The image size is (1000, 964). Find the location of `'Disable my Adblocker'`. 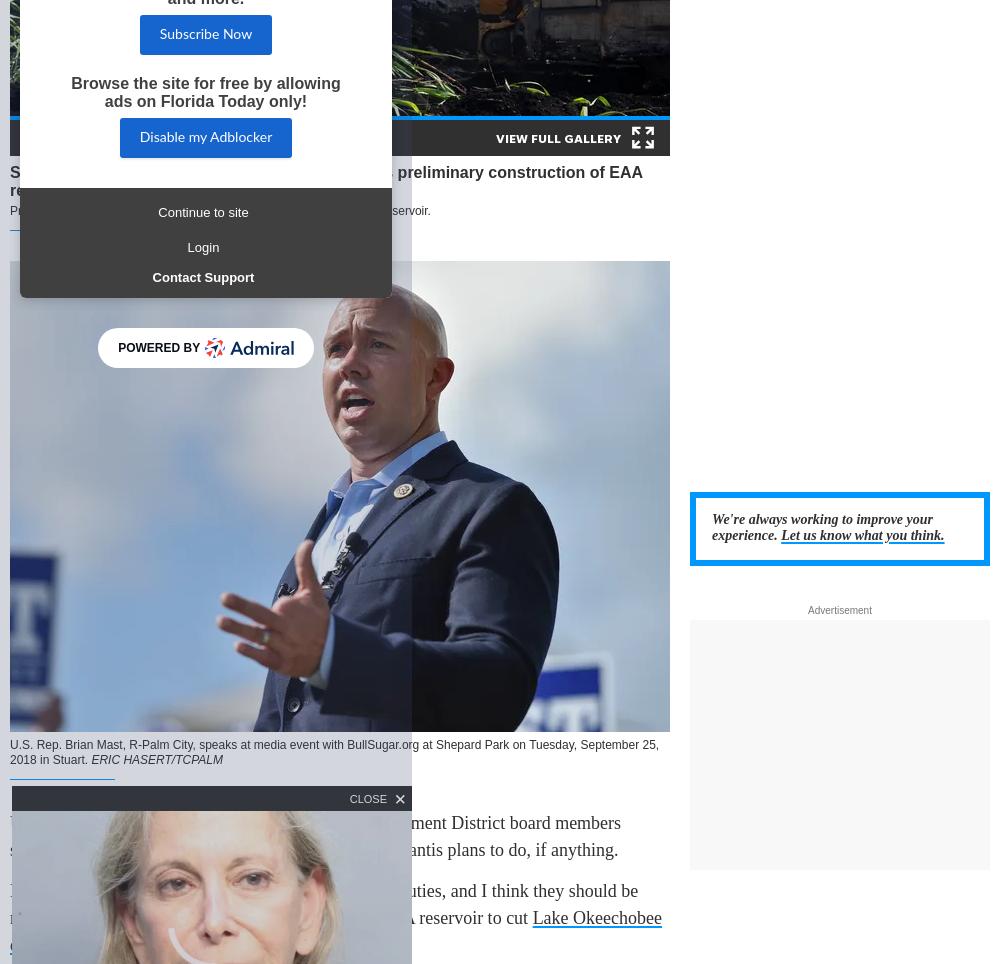

'Disable my Adblocker' is located at coordinates (139, 136).